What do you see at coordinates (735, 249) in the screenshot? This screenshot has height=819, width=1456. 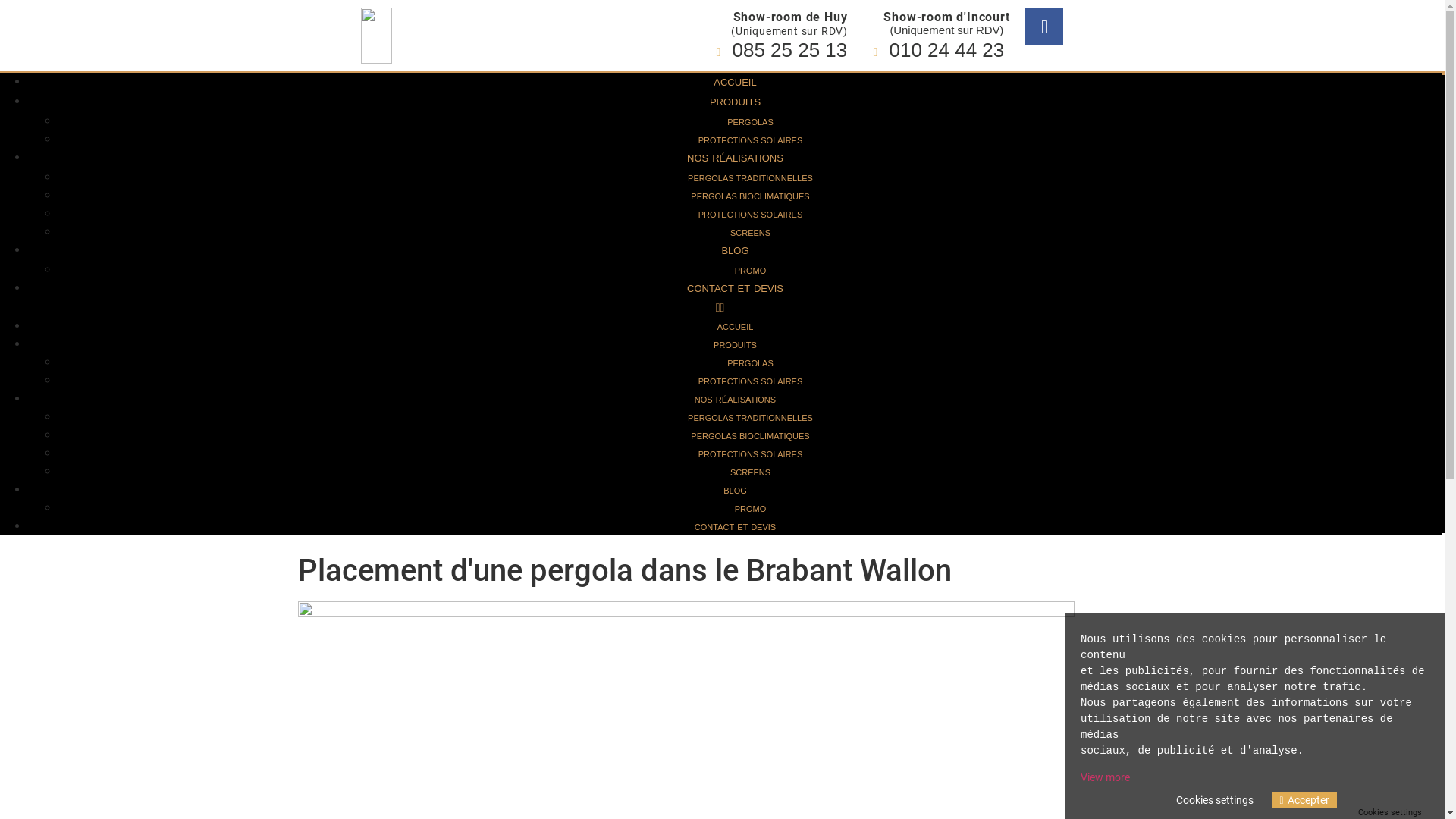 I see `'BLOG'` at bounding box center [735, 249].